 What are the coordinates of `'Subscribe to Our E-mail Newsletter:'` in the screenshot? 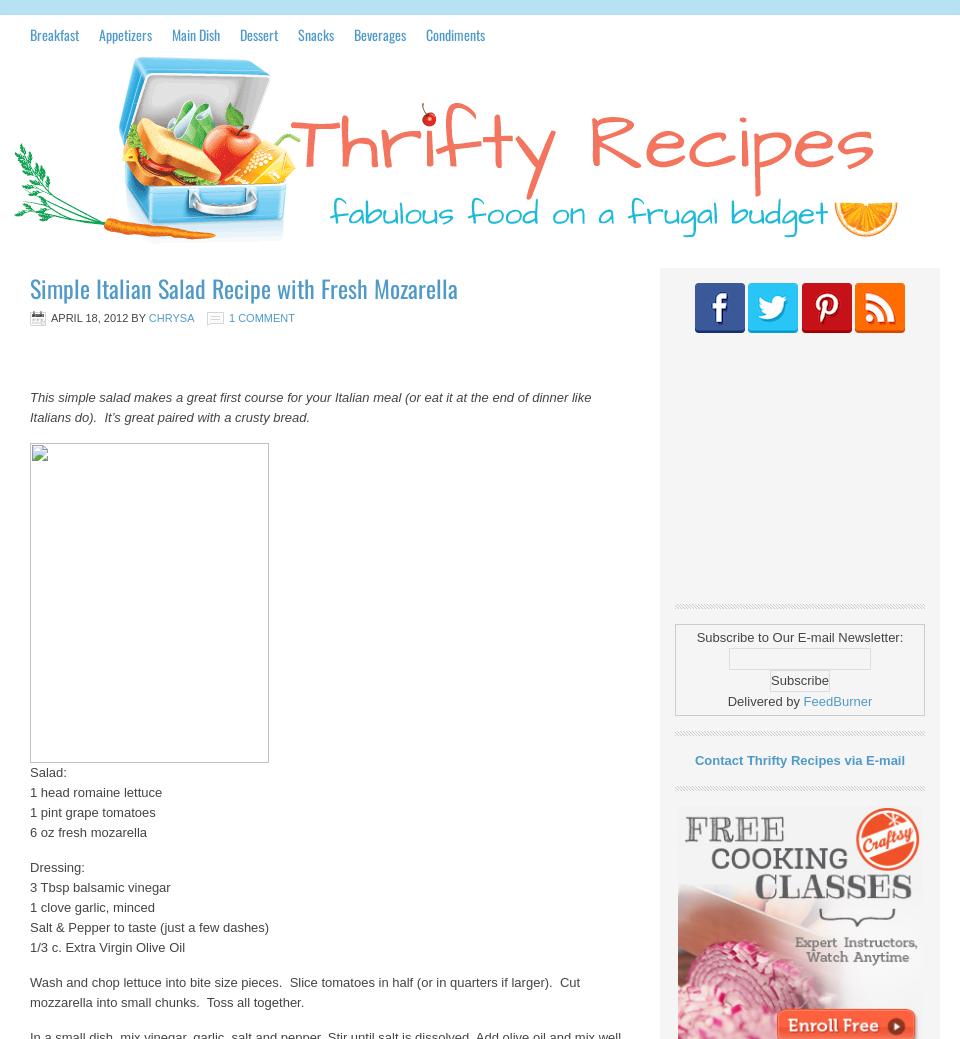 It's located at (696, 637).